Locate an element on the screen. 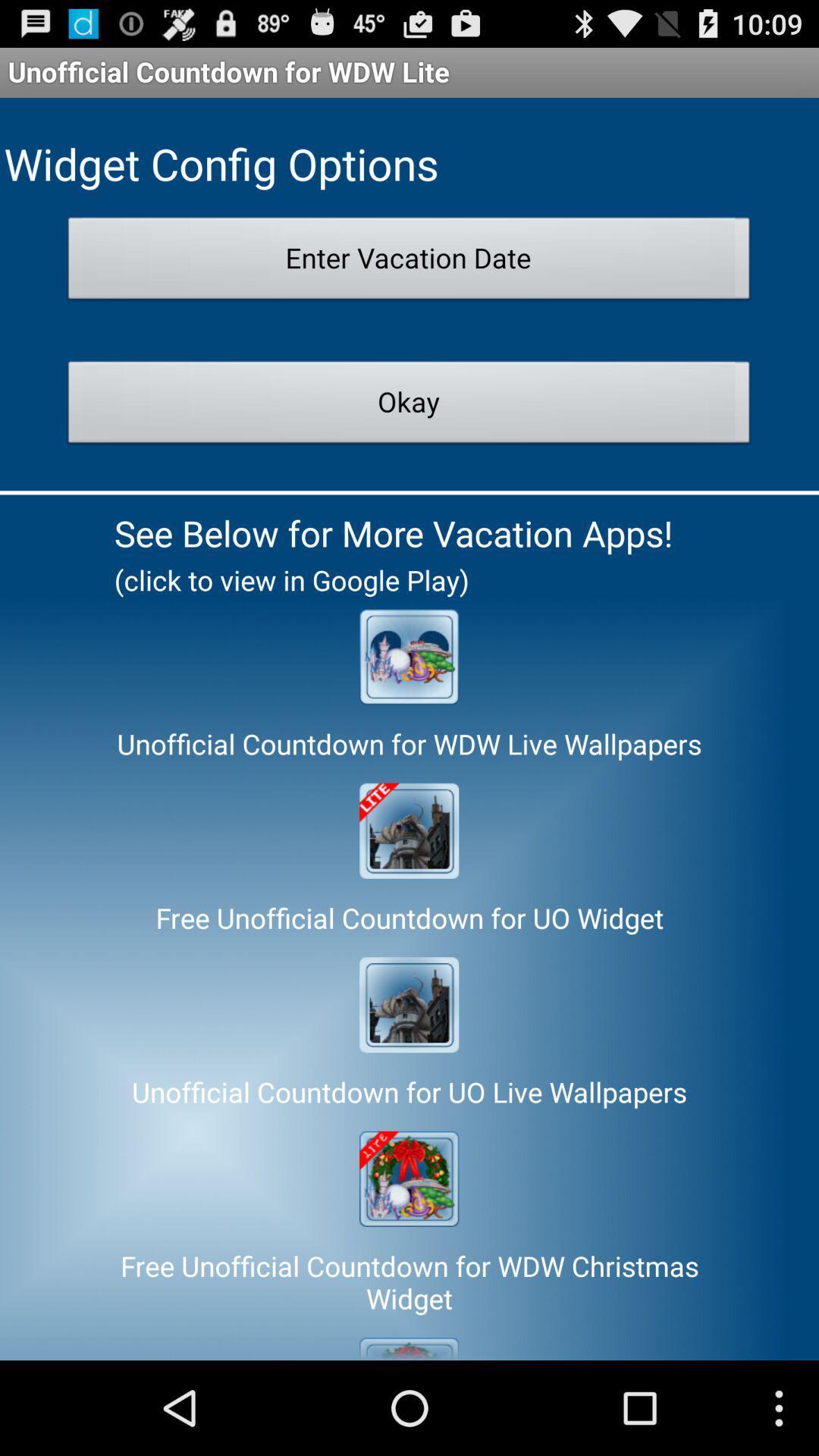 The width and height of the screenshot is (819, 1456). the enter vacation date button is located at coordinates (408, 262).